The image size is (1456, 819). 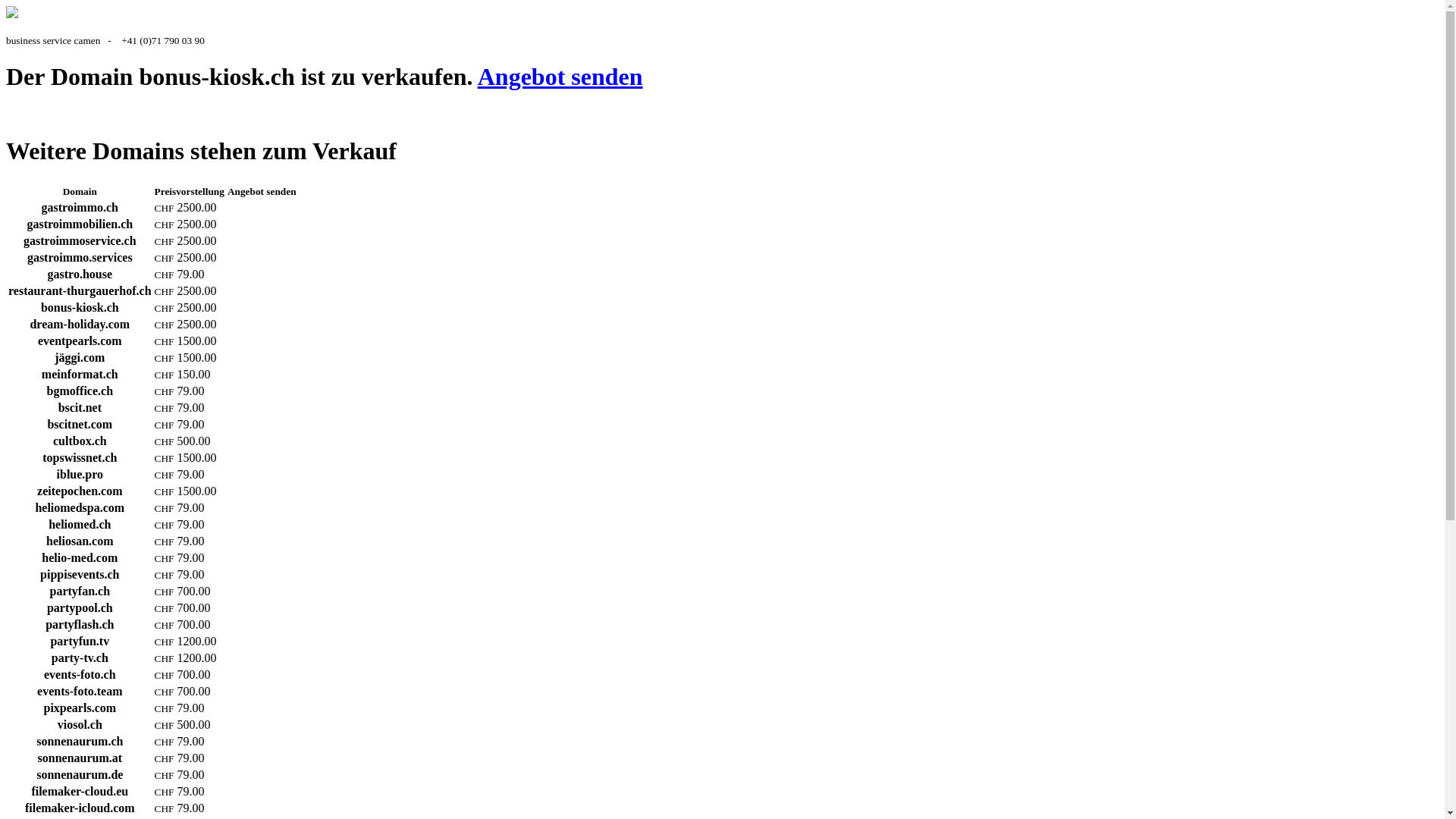 What do you see at coordinates (560, 76) in the screenshot?
I see `'Angebot senden'` at bounding box center [560, 76].